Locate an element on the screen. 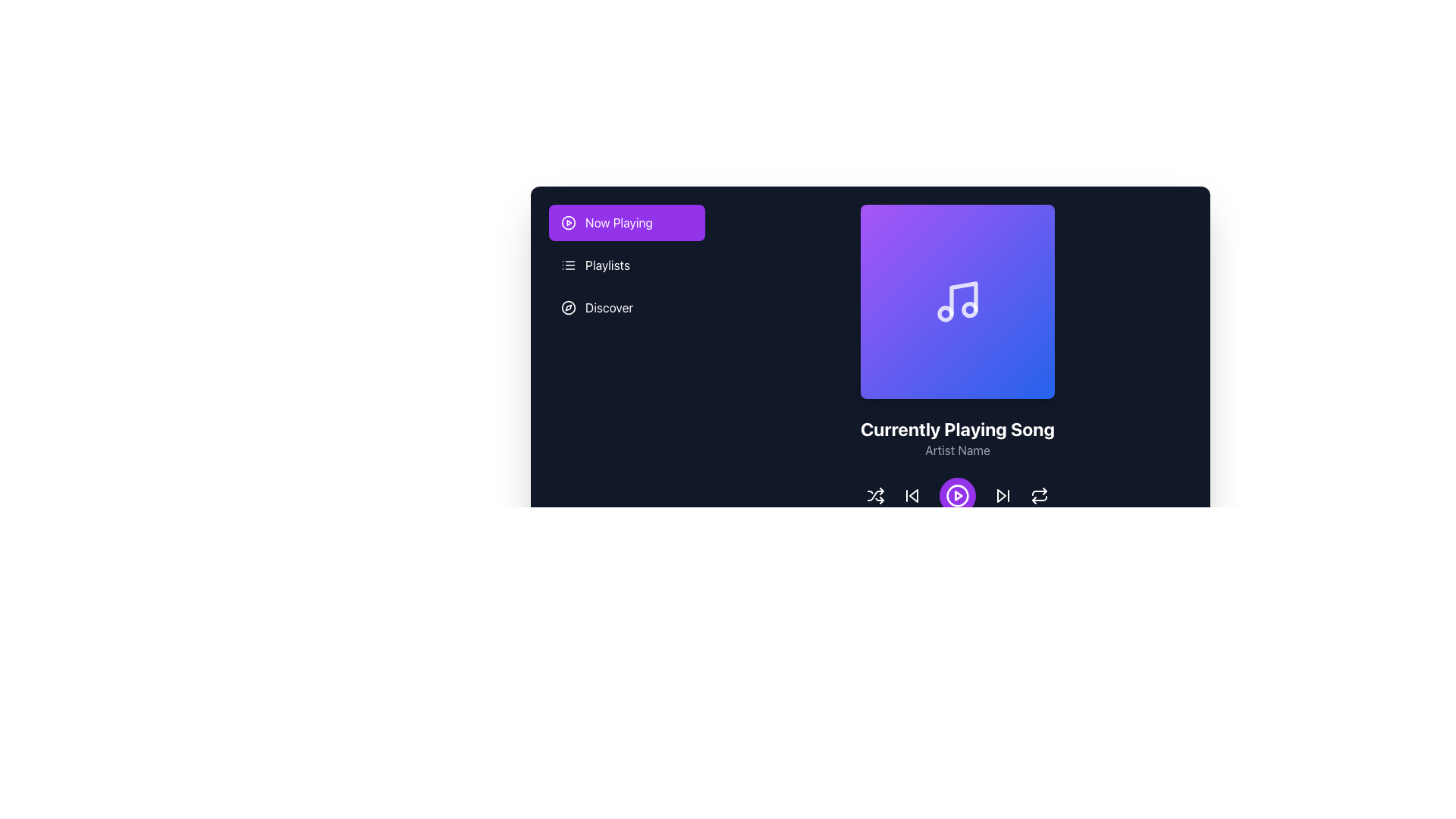 The width and height of the screenshot is (1456, 819). the fifth button in the interactive control bar at the bottom-center of the interface is located at coordinates (1039, 496).